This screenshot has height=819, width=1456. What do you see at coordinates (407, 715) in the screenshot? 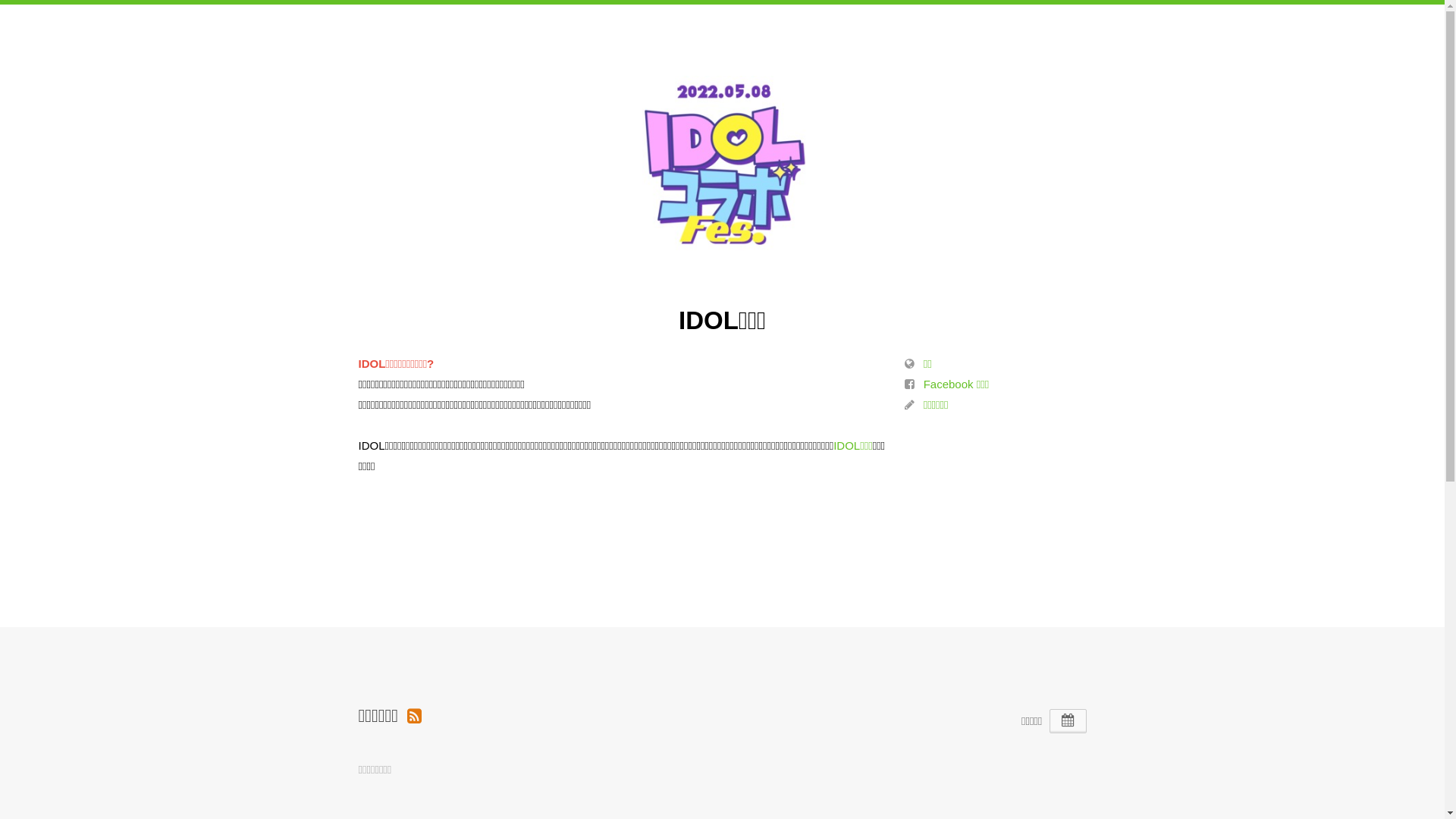
I see `'Organization Events RSS'` at bounding box center [407, 715].